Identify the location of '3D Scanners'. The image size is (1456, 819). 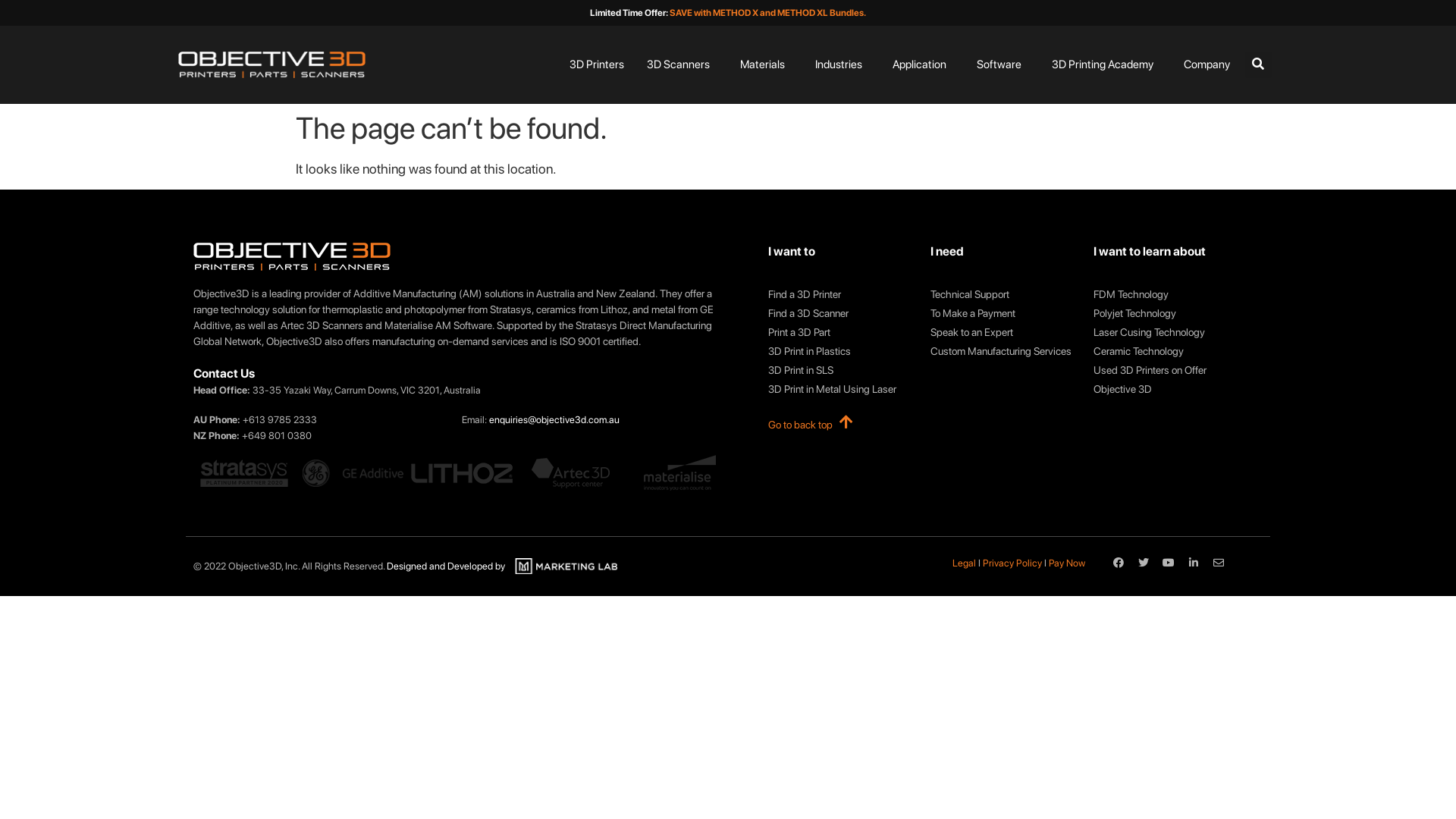
(676, 64).